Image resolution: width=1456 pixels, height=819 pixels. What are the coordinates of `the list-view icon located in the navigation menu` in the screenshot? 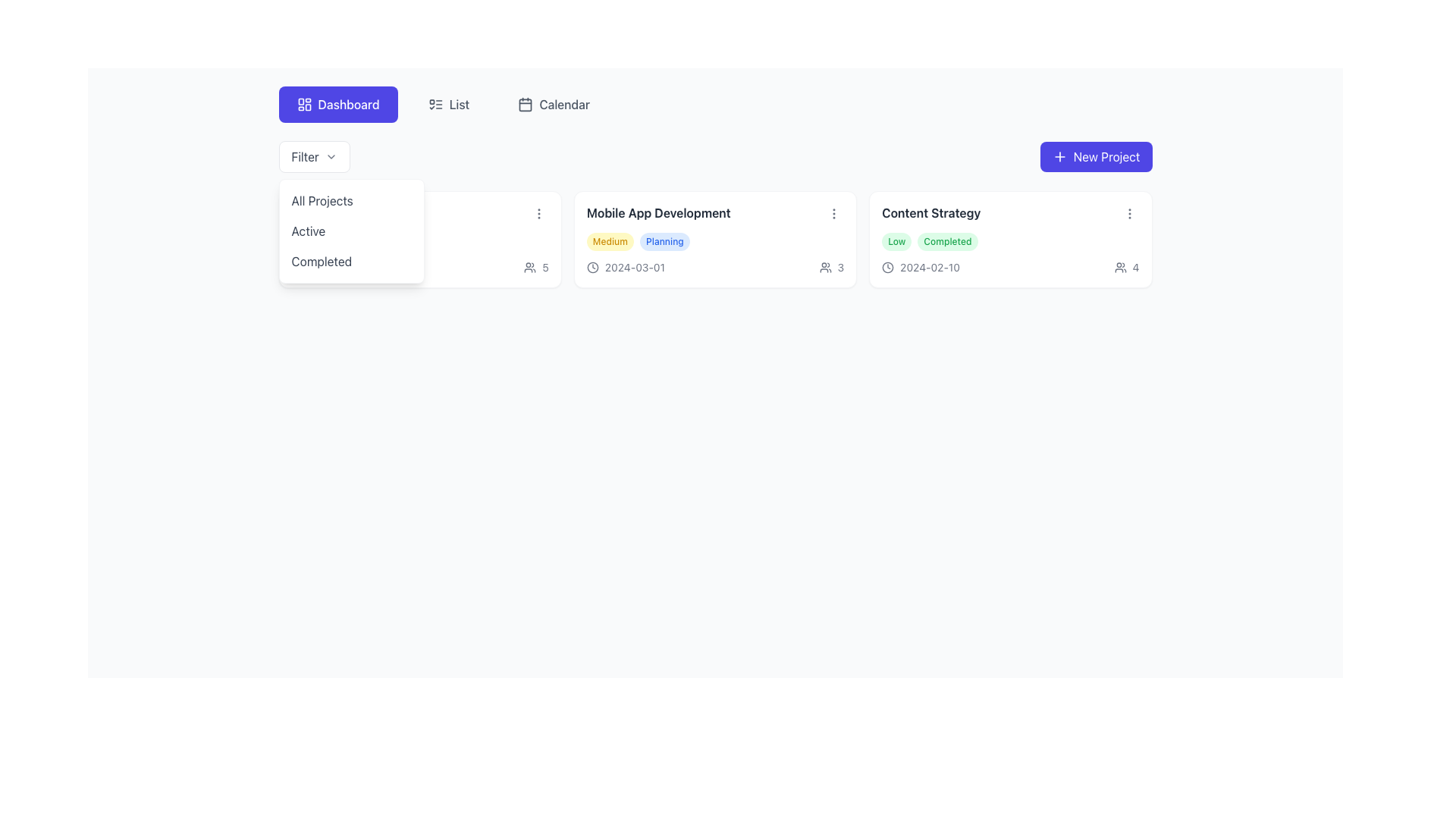 It's located at (435, 104).